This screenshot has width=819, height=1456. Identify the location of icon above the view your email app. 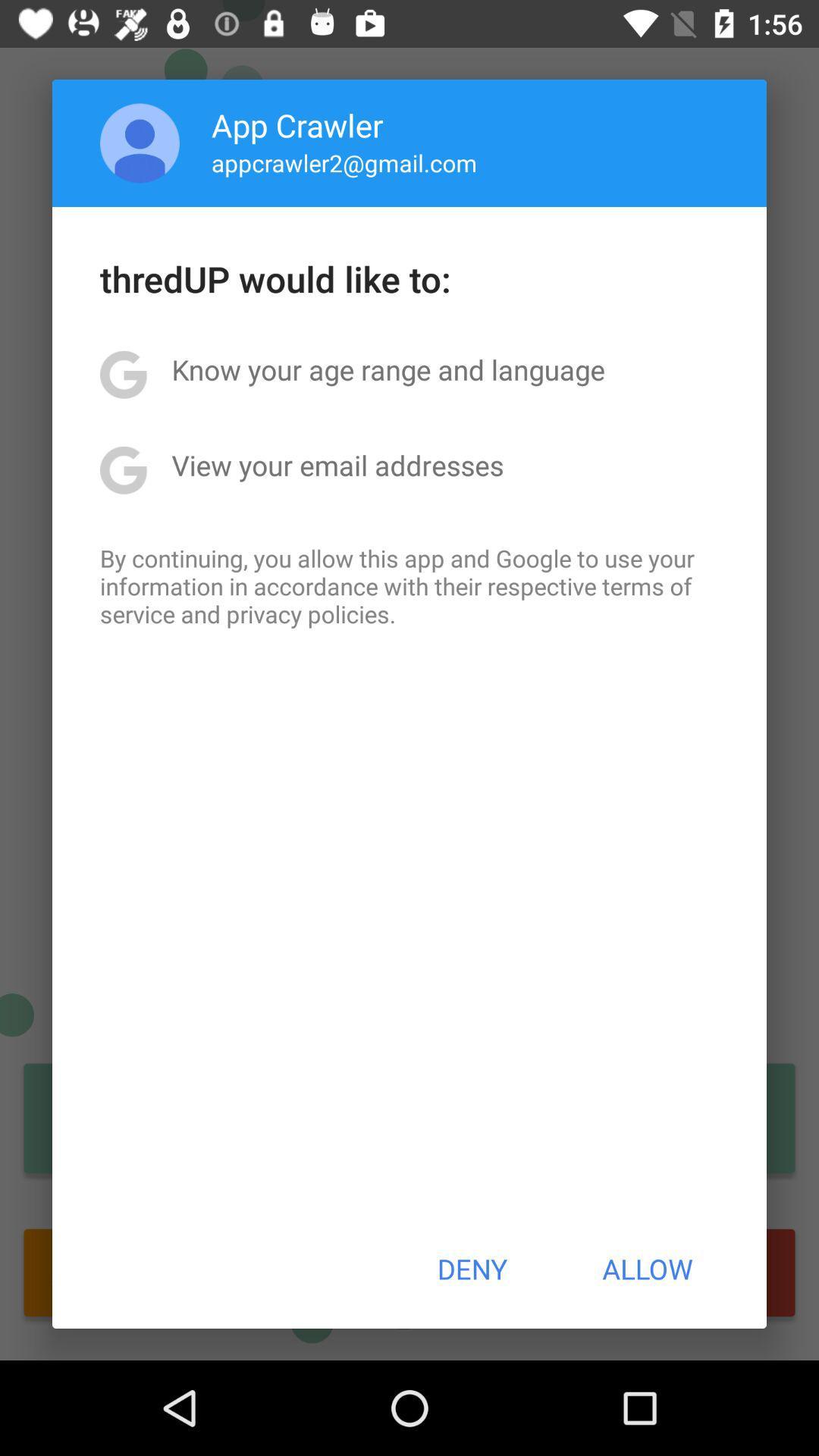
(388, 369).